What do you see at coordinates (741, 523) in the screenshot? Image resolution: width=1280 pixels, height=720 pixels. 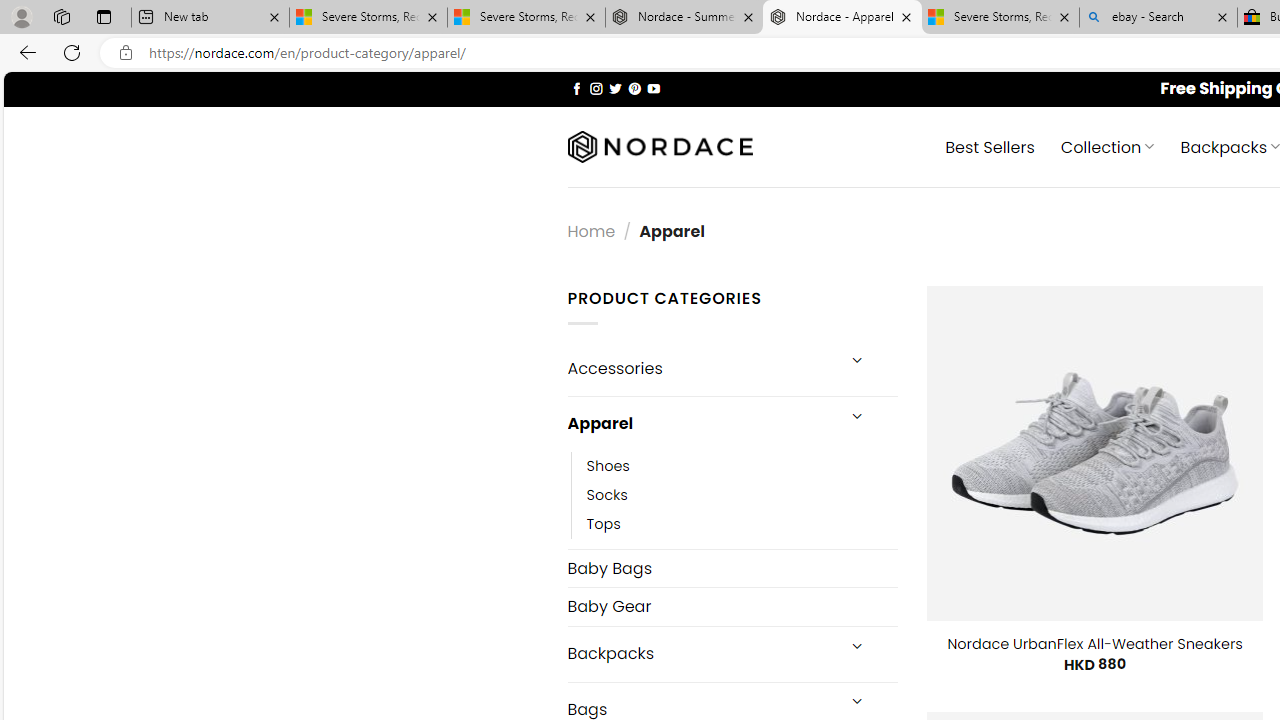 I see `'Tops'` at bounding box center [741, 523].